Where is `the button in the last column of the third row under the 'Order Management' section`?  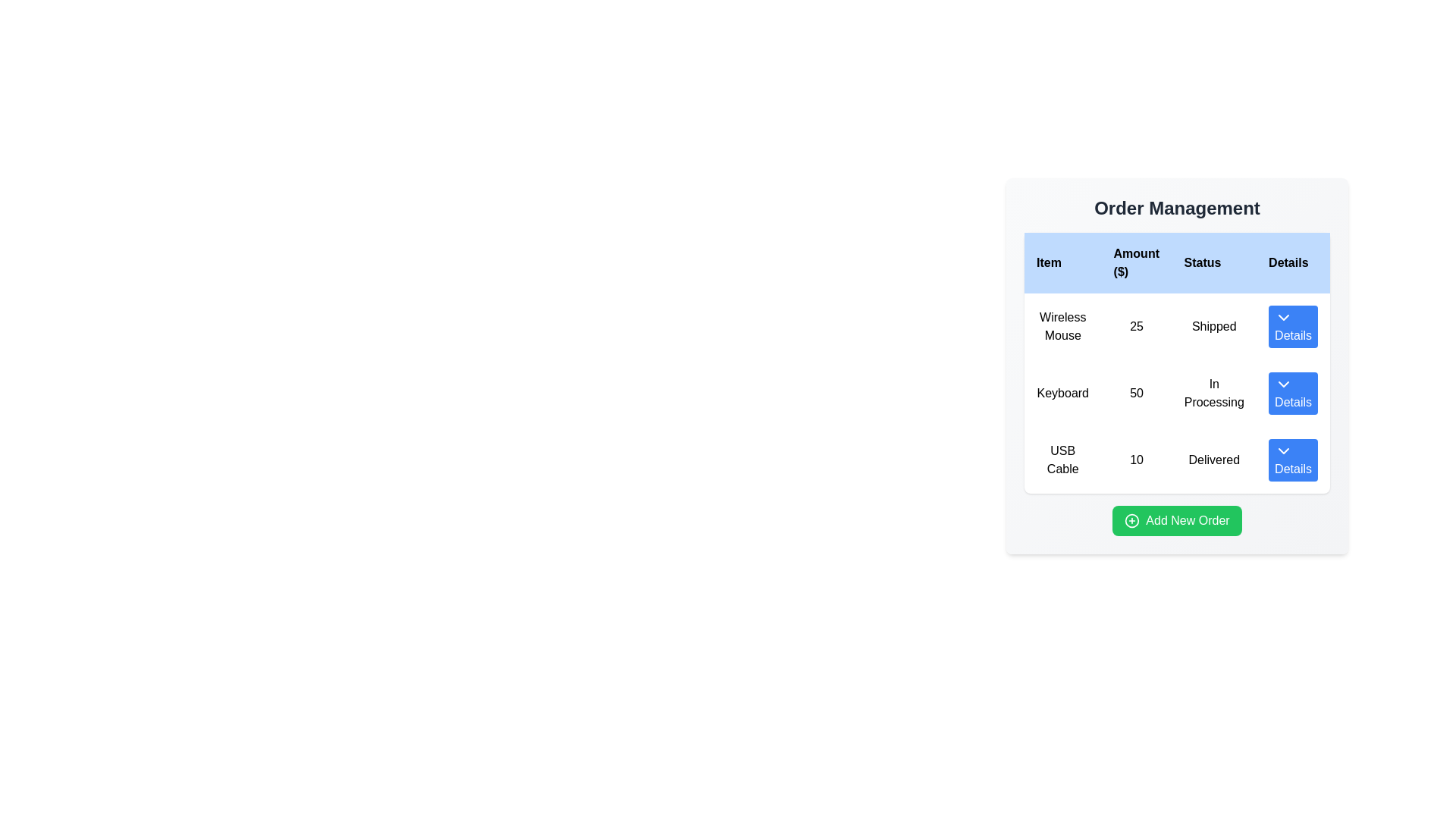 the button in the last column of the third row under the 'Order Management' section is located at coordinates (1292, 459).